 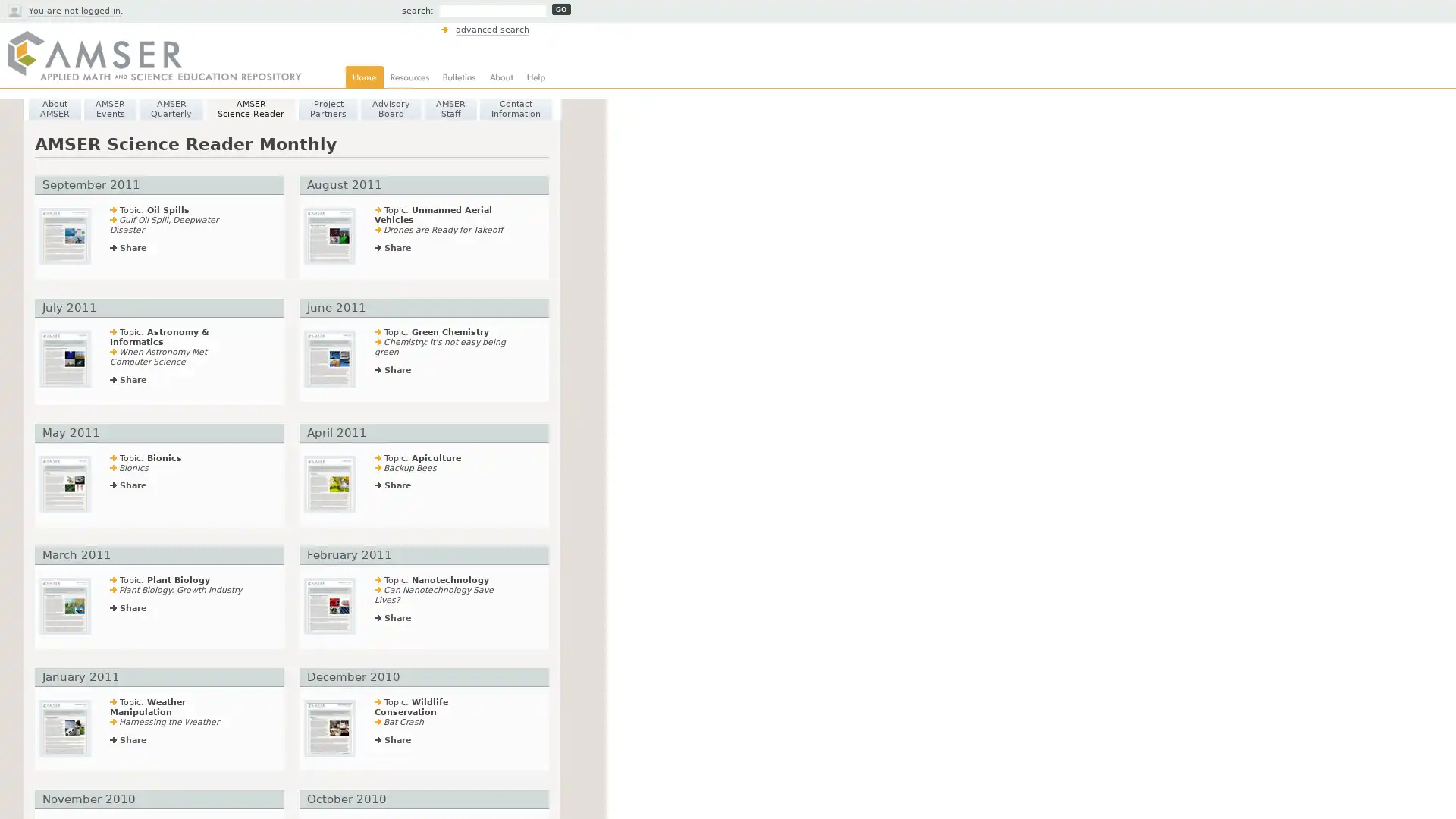 I want to click on Submit, so click(x=560, y=9).